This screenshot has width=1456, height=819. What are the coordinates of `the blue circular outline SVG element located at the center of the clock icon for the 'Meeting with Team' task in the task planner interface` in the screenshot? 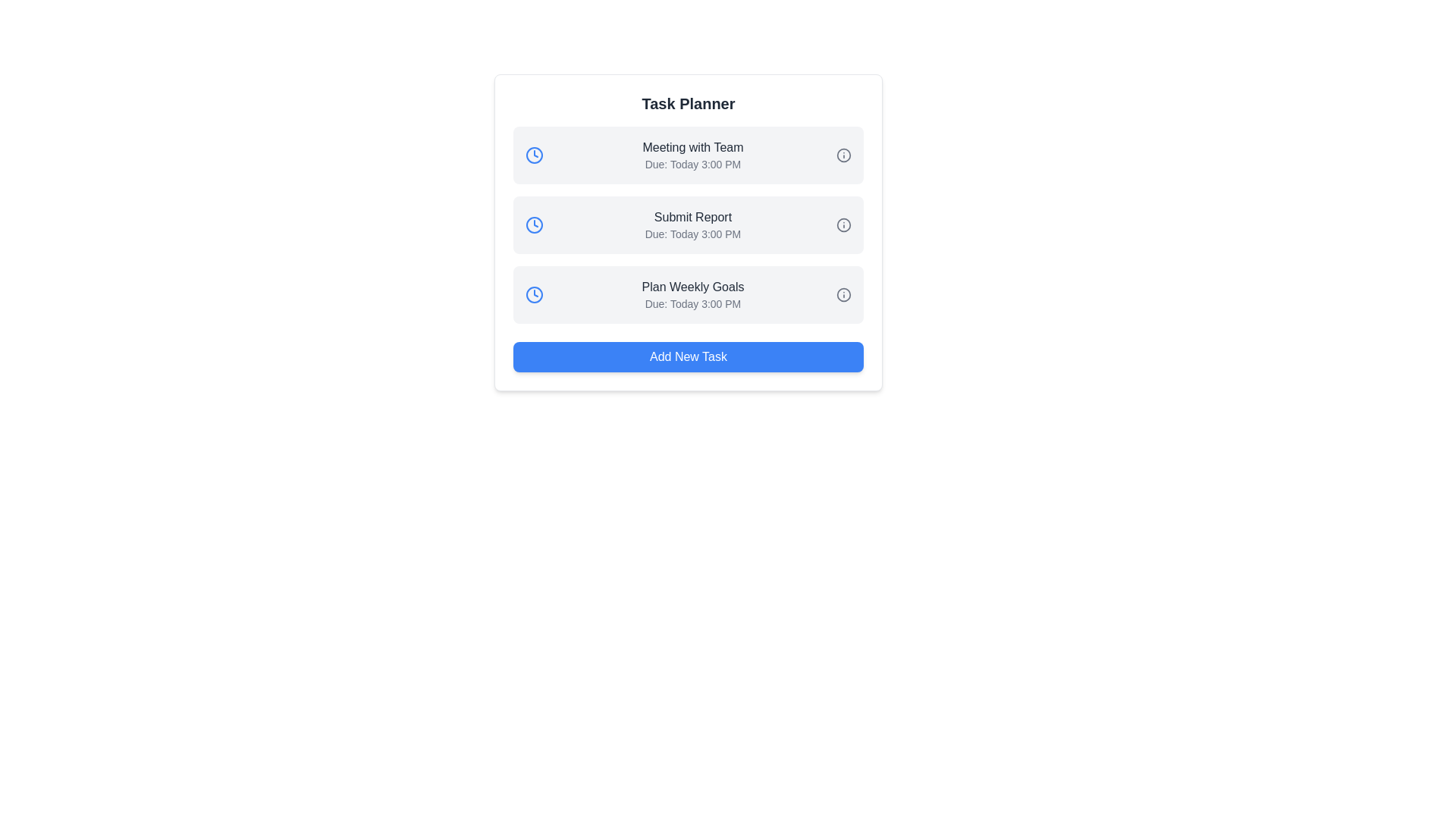 It's located at (535, 155).